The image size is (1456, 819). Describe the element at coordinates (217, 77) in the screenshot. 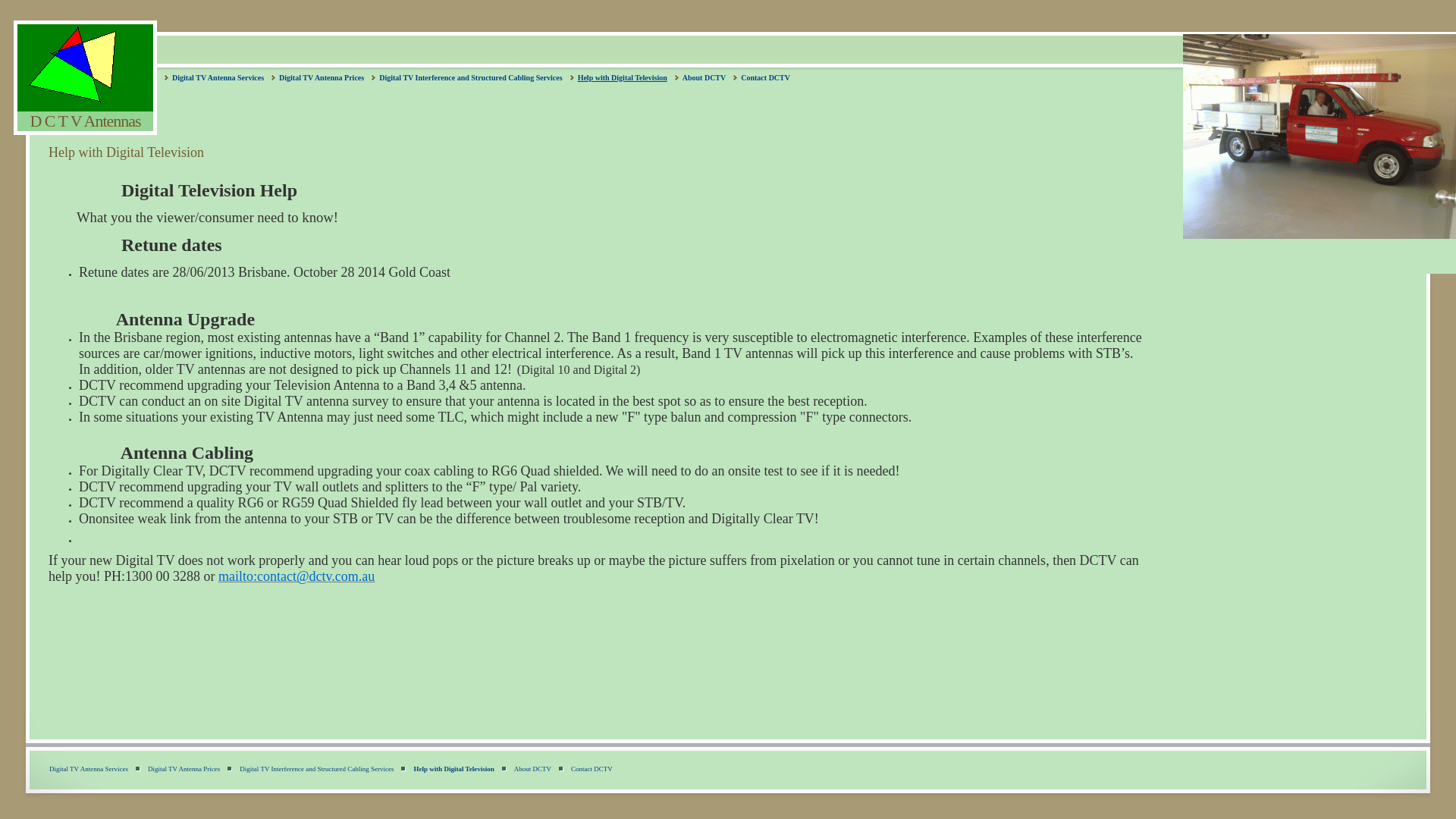

I see `'Digital TV Antenna Services'` at that location.